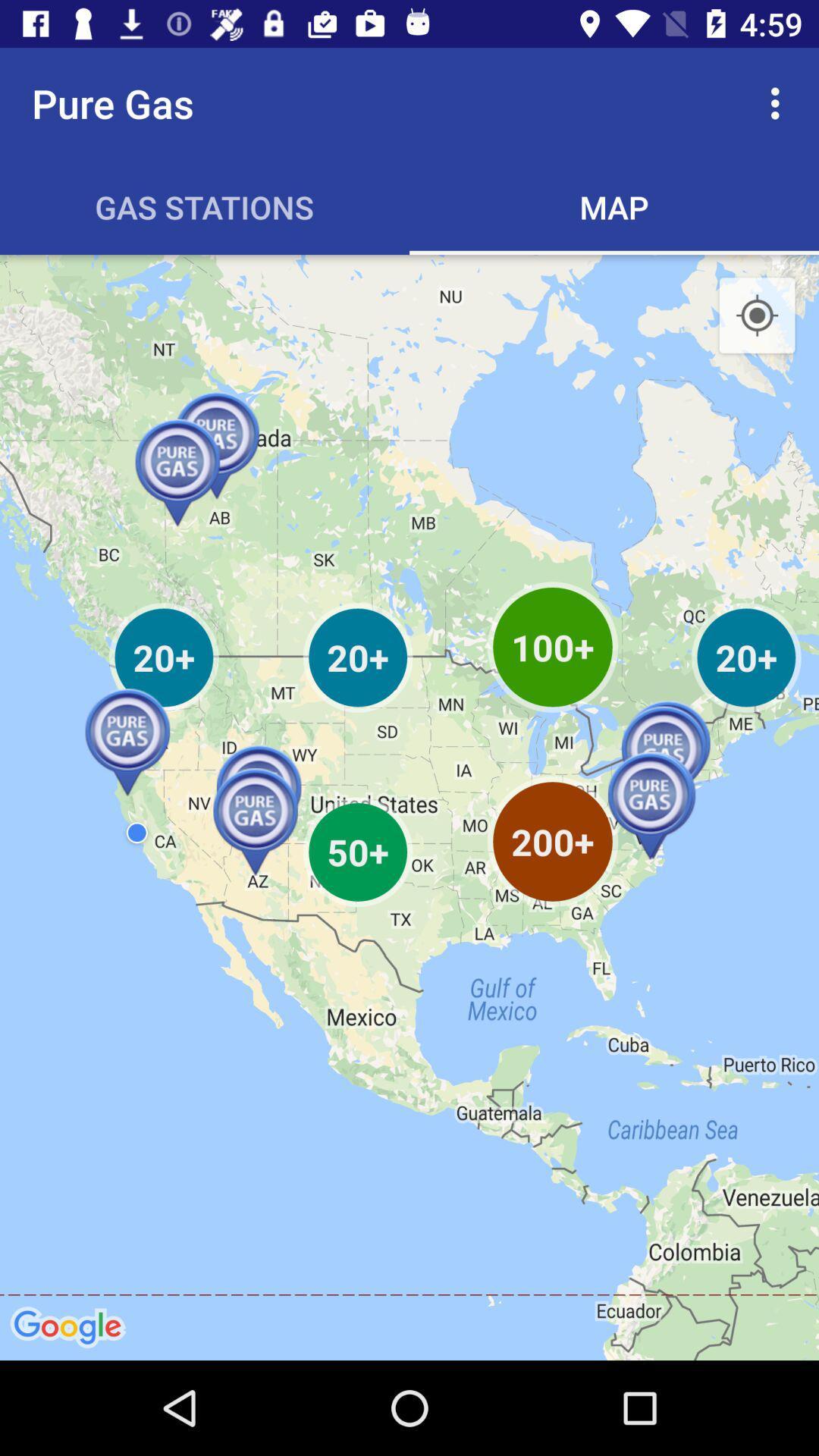  What do you see at coordinates (779, 102) in the screenshot?
I see `the item to the right of pure gas` at bounding box center [779, 102].